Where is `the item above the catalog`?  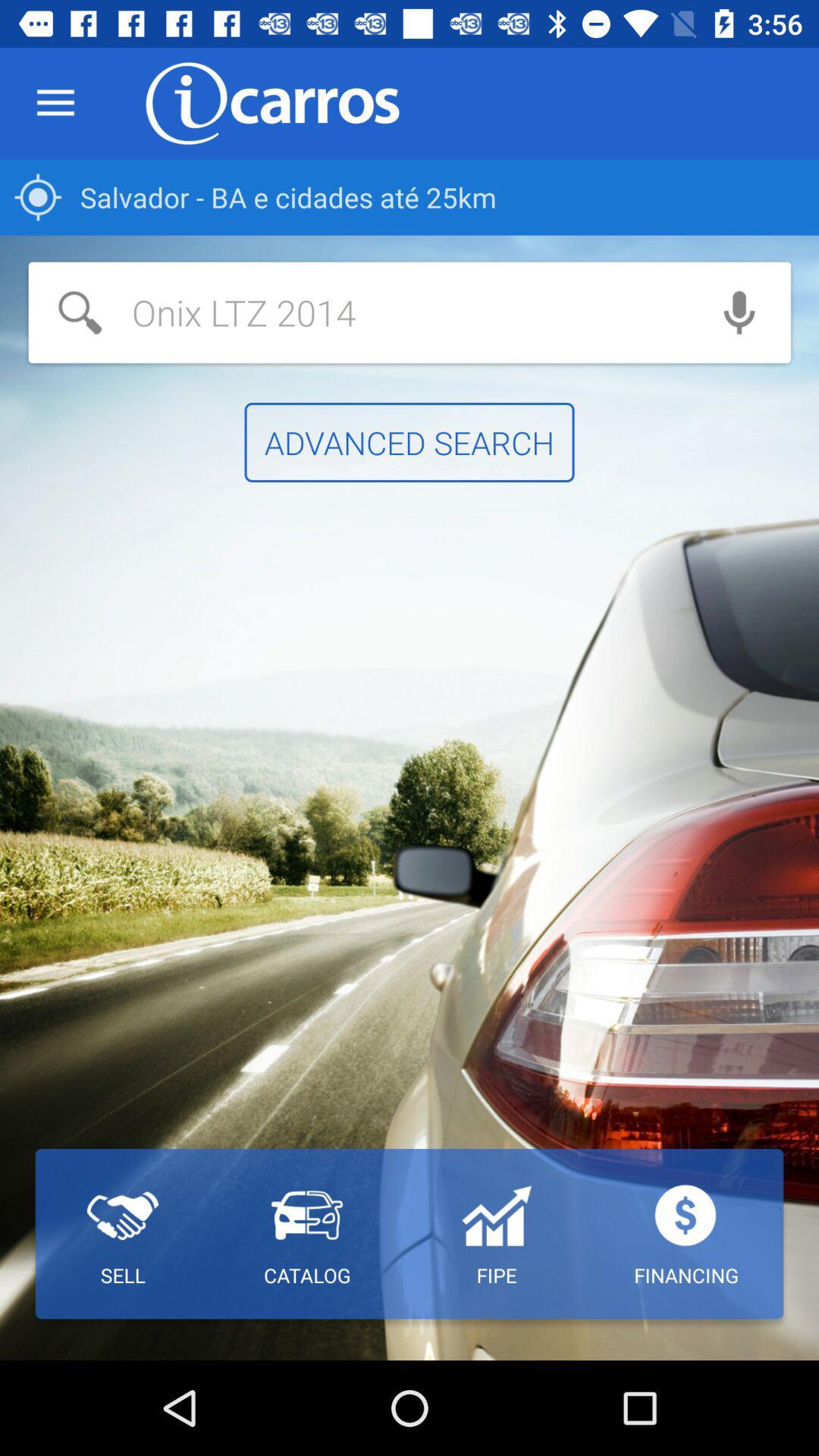
the item above the catalog is located at coordinates (409, 441).